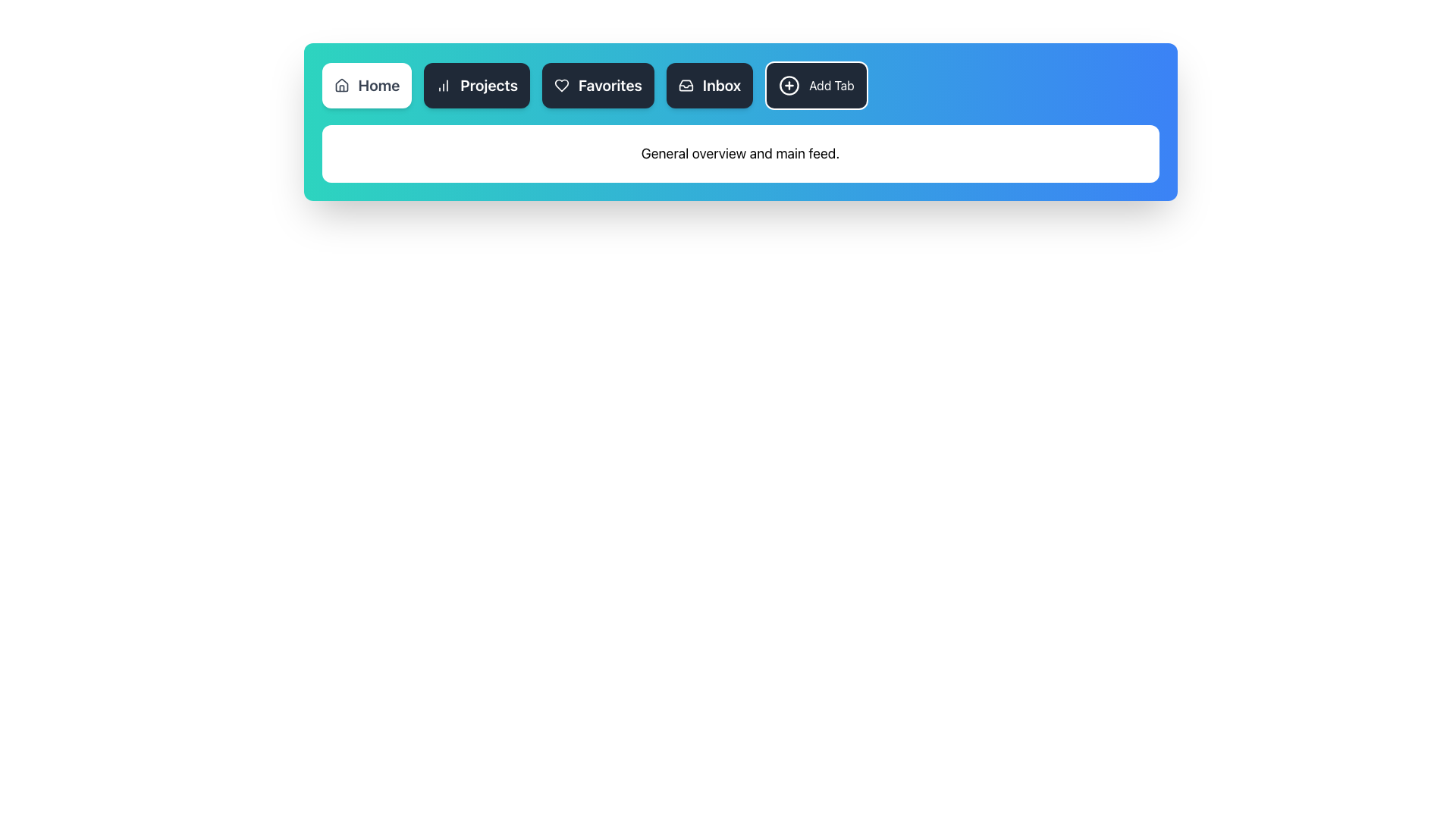  I want to click on the 'Projects' text label located in the navigation bar, so click(488, 85).